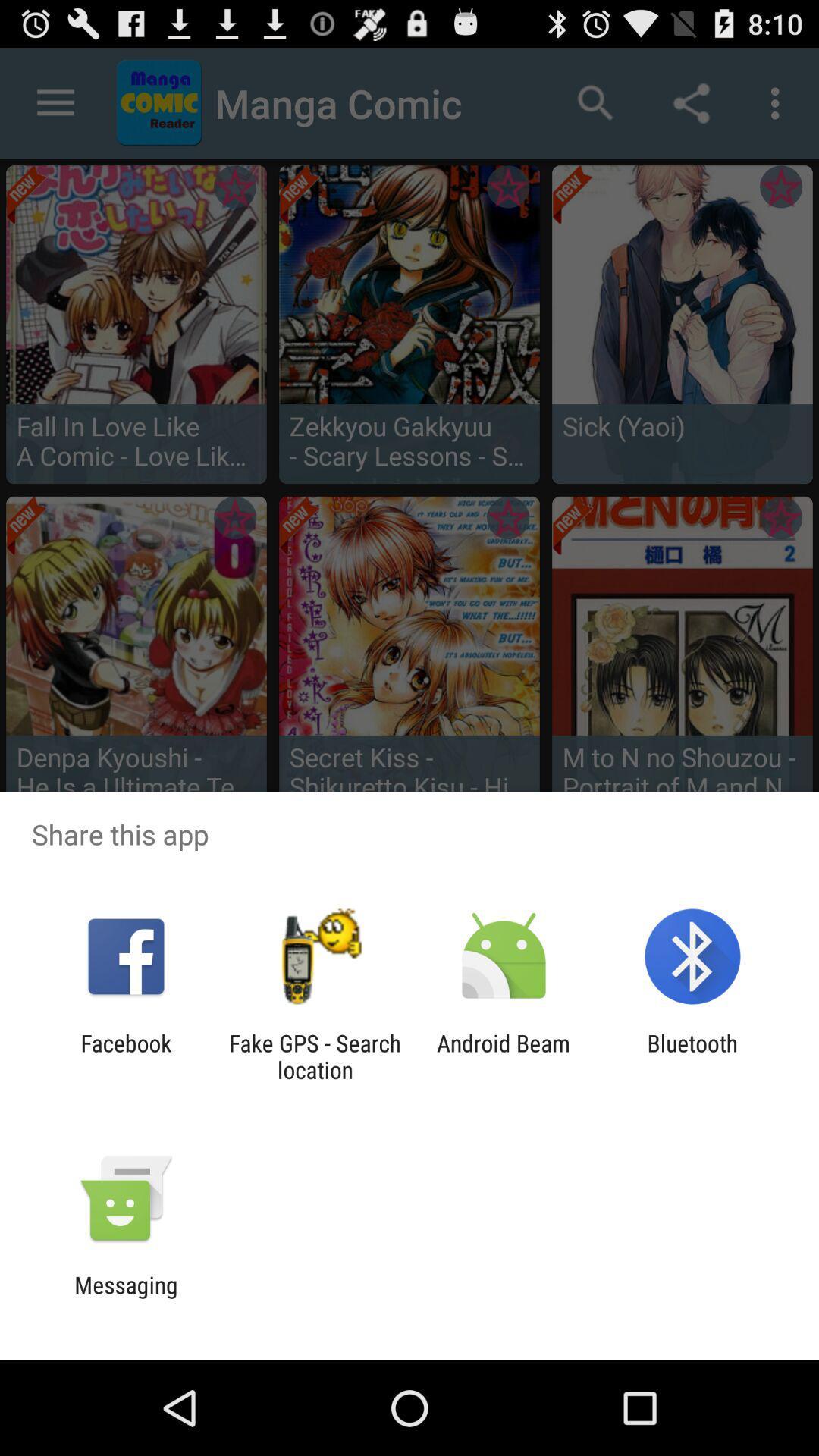 The image size is (819, 1456). Describe the element at coordinates (125, 1056) in the screenshot. I see `item next to the fake gps search icon` at that location.